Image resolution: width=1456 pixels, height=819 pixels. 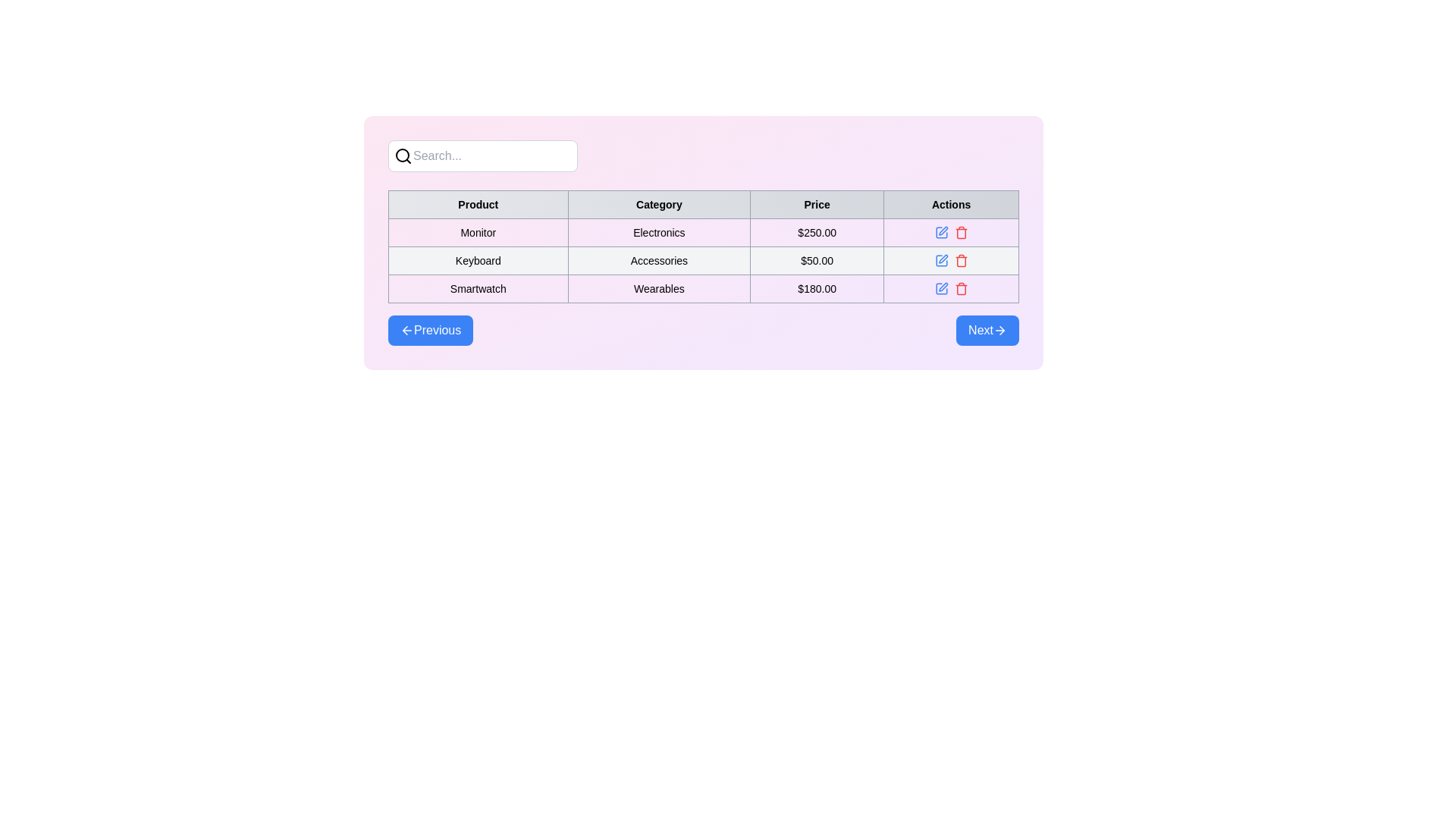 What do you see at coordinates (942, 231) in the screenshot?
I see `the pencil icon button located in the first row of the 'Actions' column of the table, which is styled as an editing tool` at bounding box center [942, 231].